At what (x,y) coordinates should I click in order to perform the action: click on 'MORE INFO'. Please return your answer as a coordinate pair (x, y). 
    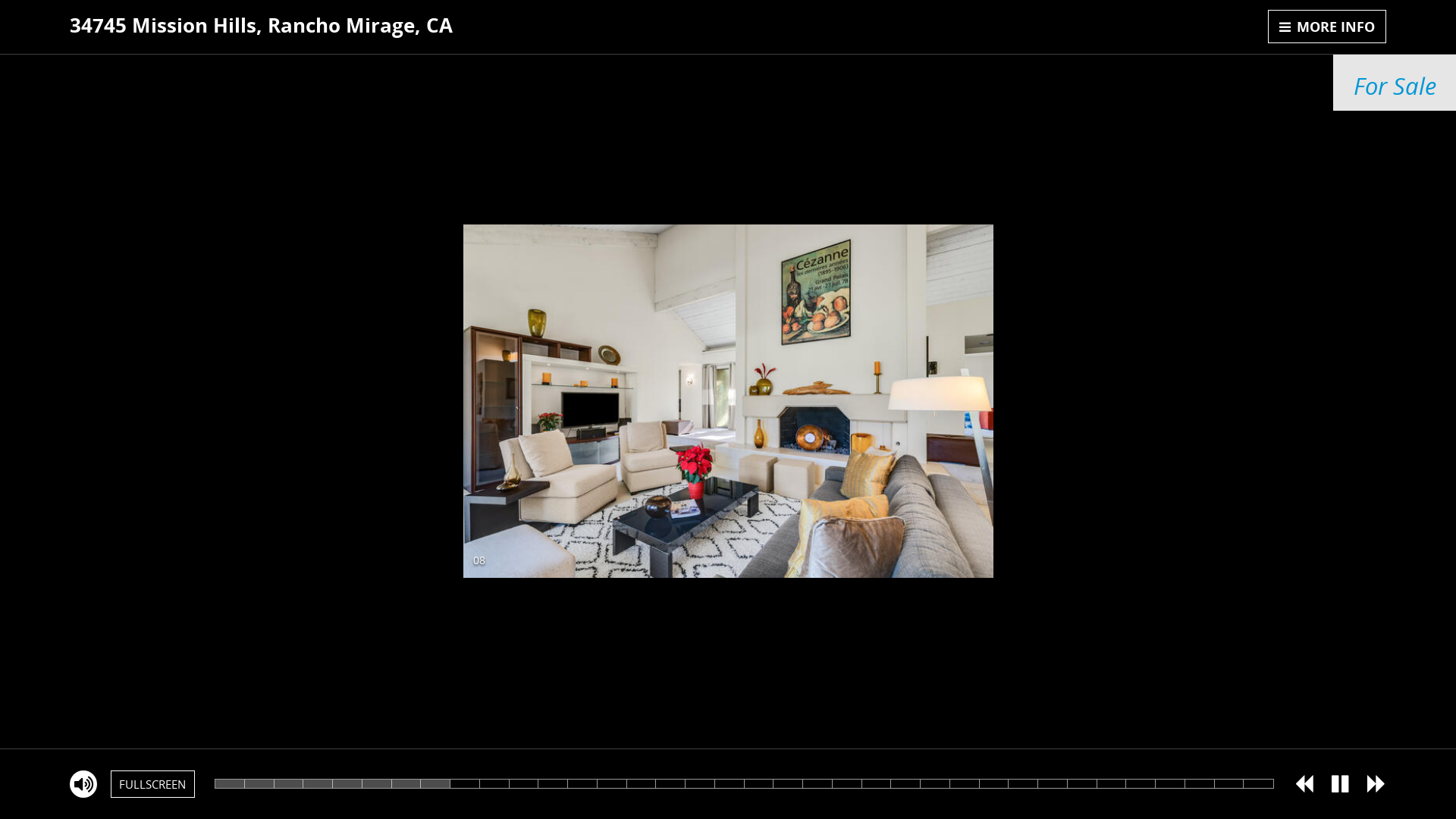
    Looking at the image, I should click on (1326, 26).